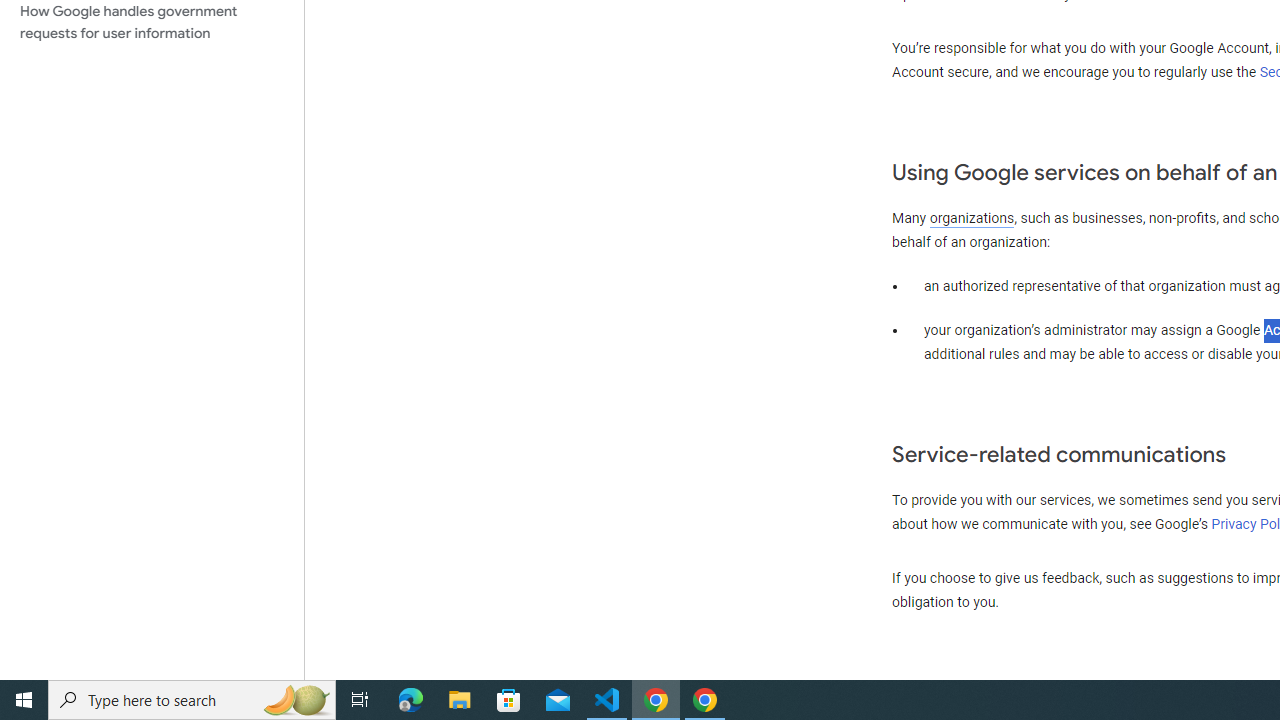 This screenshot has width=1280, height=720. I want to click on 'organizations', so click(972, 218).